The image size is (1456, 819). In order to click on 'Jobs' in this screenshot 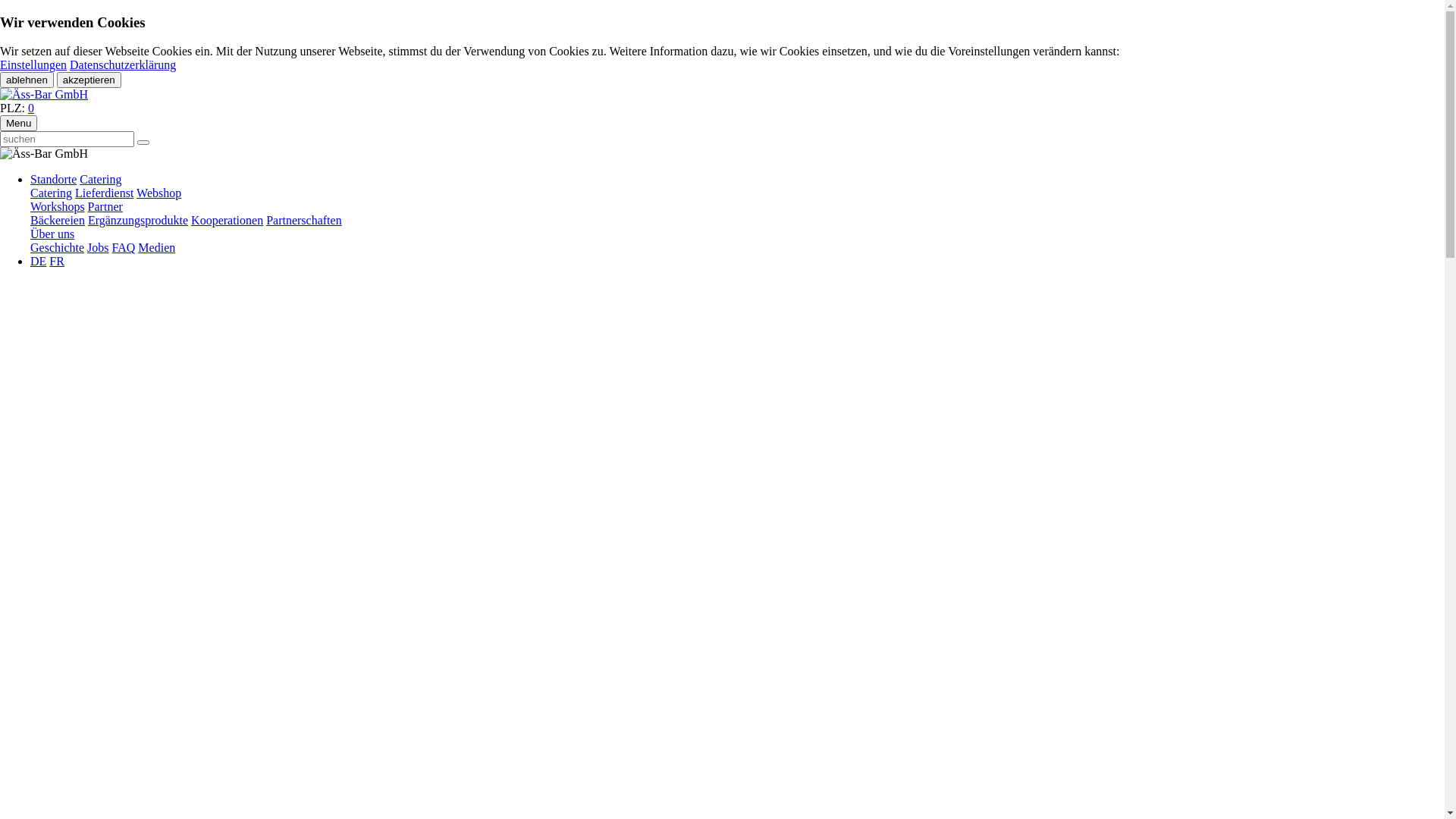, I will do `click(86, 246)`.